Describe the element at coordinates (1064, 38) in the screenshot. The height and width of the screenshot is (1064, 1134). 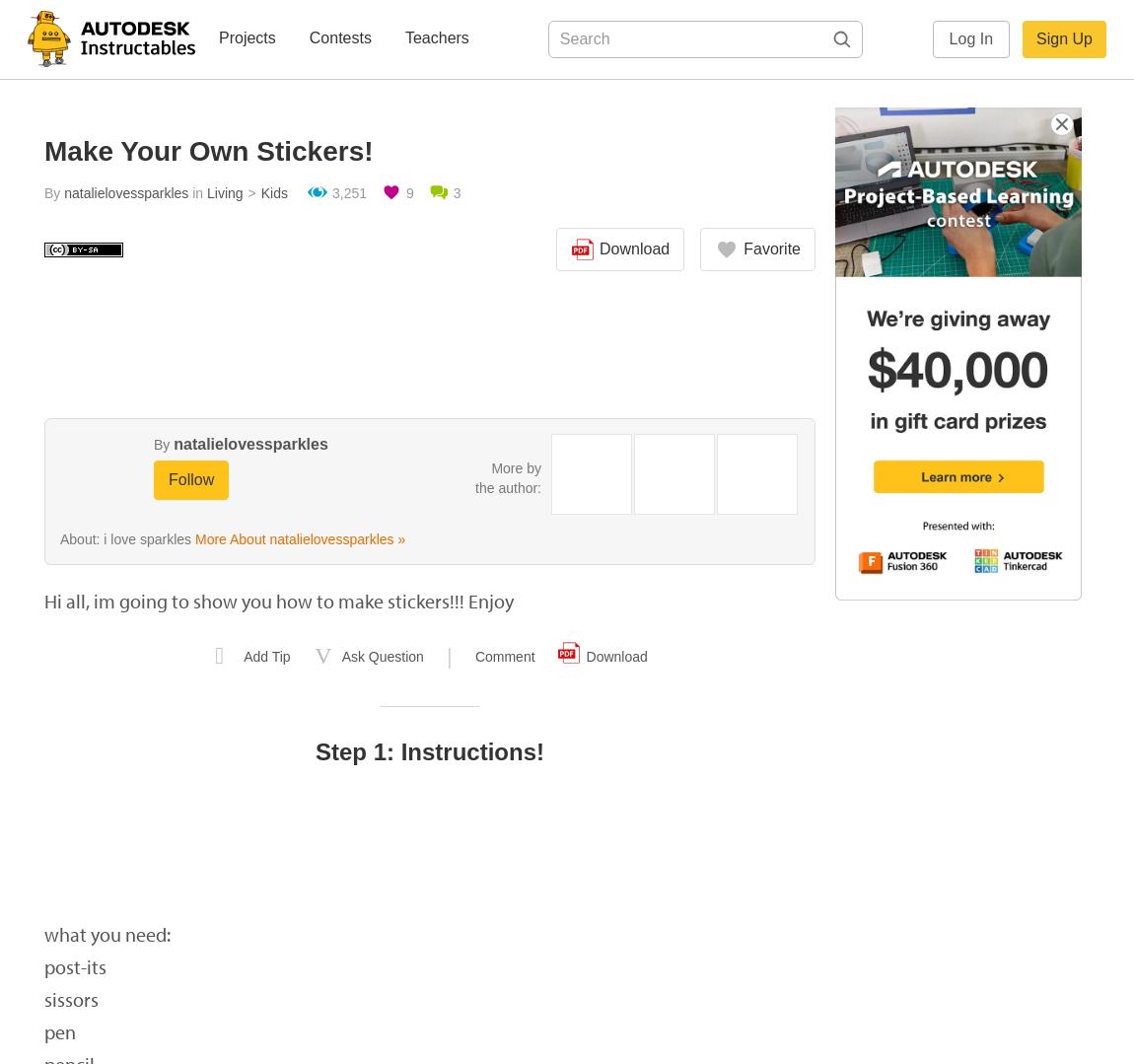
I see `'Sign Up'` at that location.